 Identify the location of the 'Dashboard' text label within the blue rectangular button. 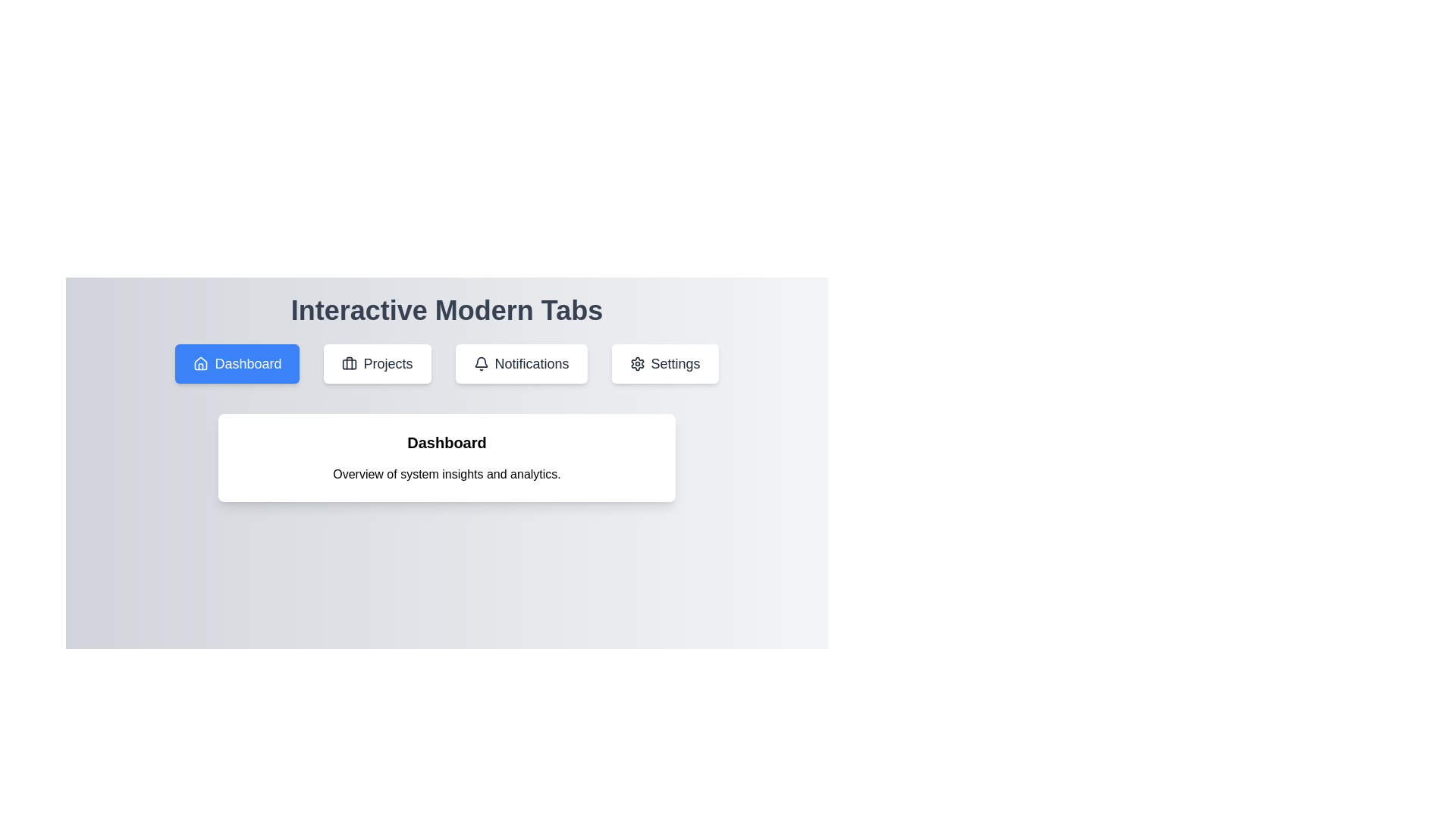
(248, 363).